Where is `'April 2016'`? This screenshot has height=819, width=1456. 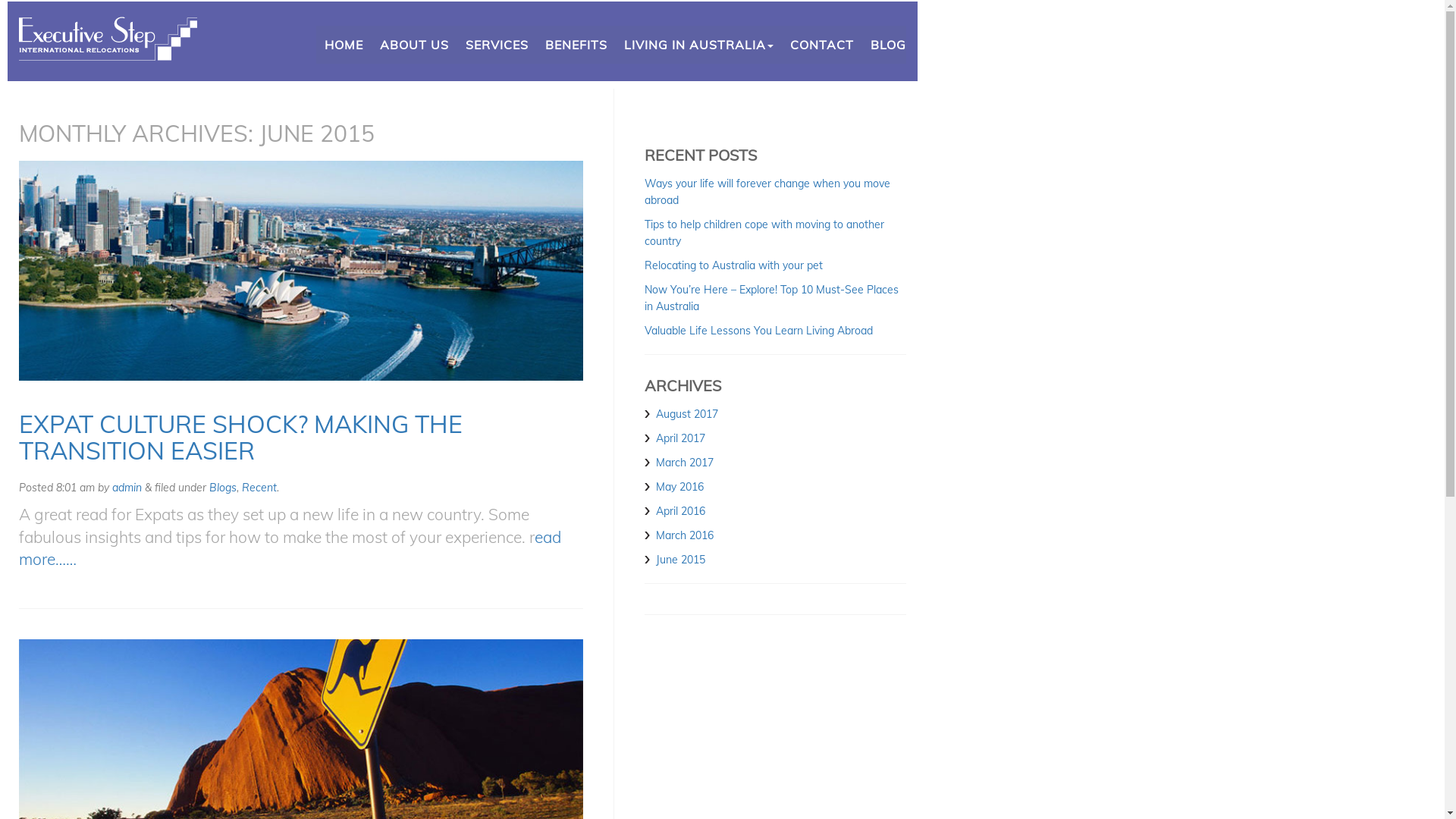 'April 2016' is located at coordinates (679, 511).